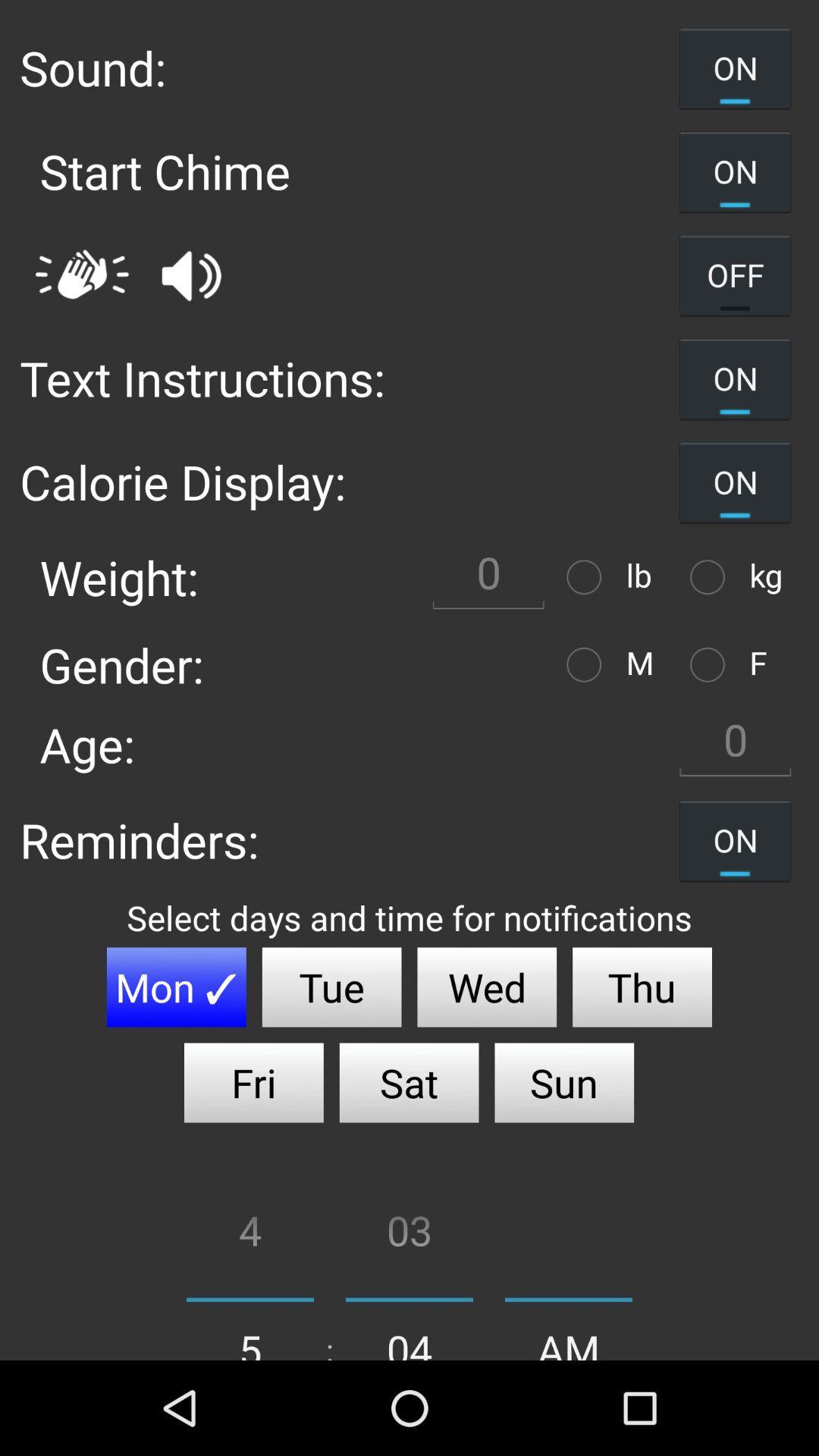 This screenshot has height=1456, width=819. What do you see at coordinates (488, 576) in the screenshot?
I see `weight` at bounding box center [488, 576].